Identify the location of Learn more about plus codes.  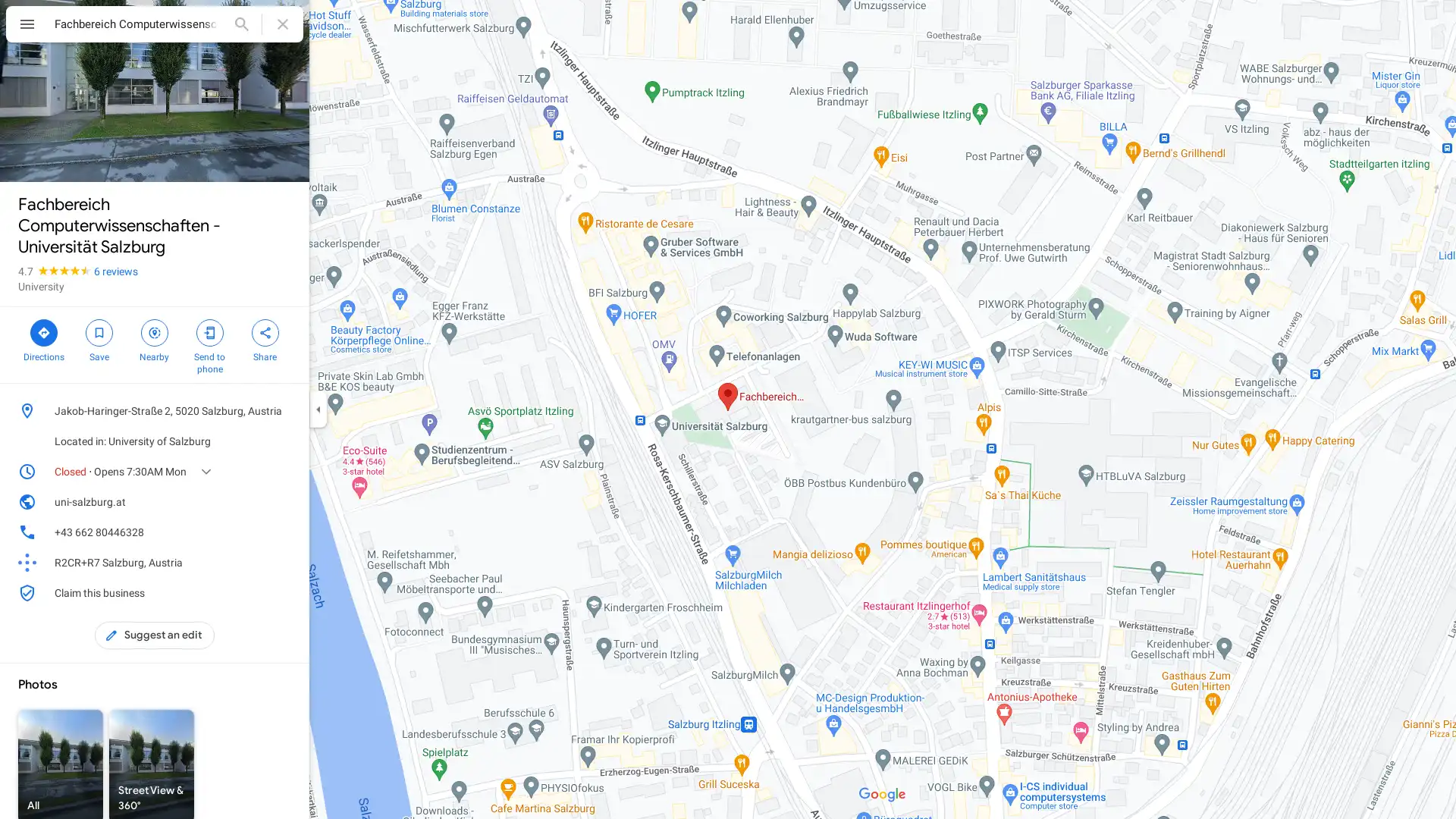
(284, 562).